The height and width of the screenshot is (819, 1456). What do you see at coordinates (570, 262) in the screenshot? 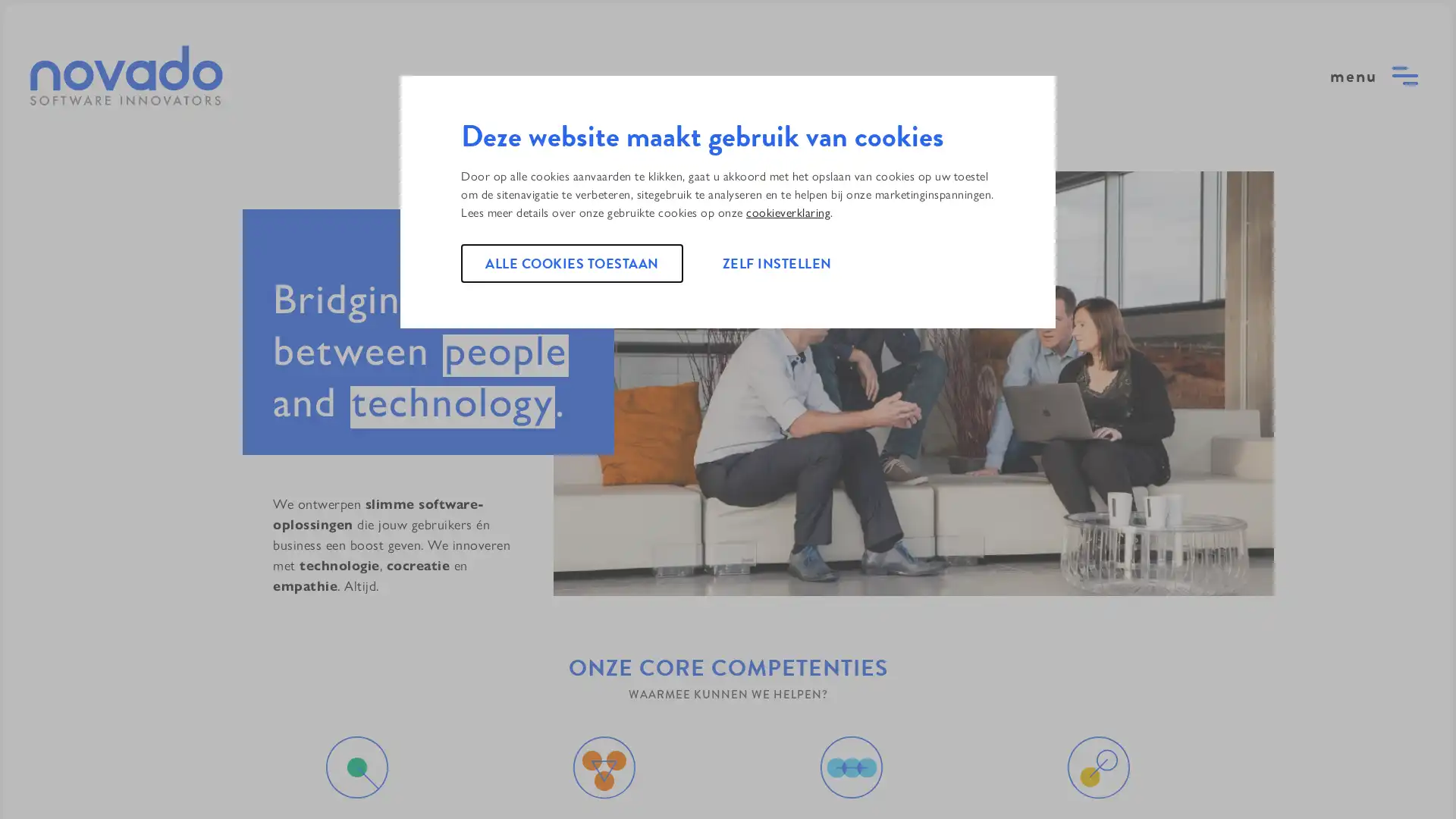
I see `ALLE COOKIES TOESTAAN` at bounding box center [570, 262].